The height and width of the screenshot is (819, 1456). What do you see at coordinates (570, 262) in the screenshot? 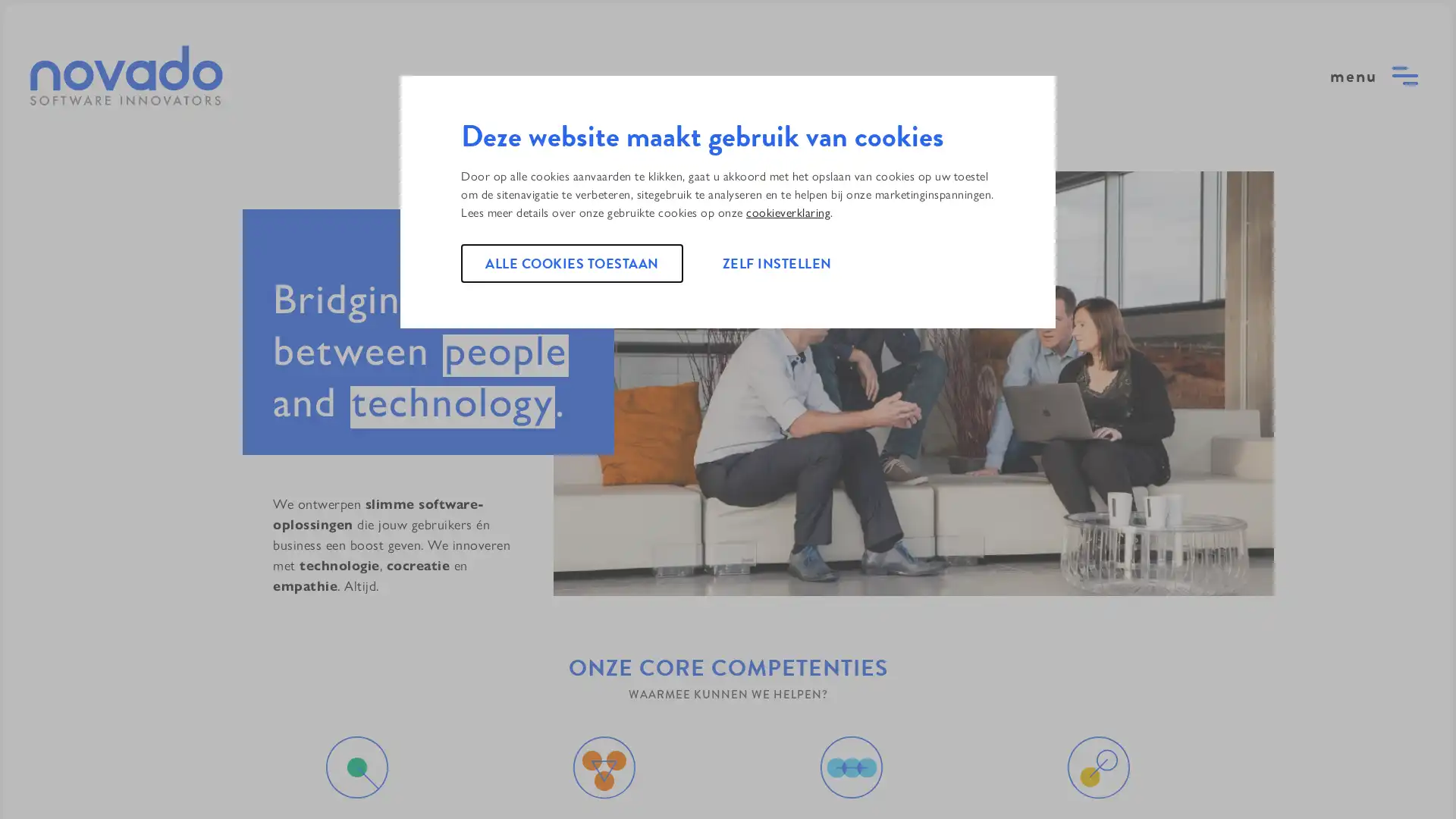
I see `ALLE COOKIES TOESTAAN` at bounding box center [570, 262].